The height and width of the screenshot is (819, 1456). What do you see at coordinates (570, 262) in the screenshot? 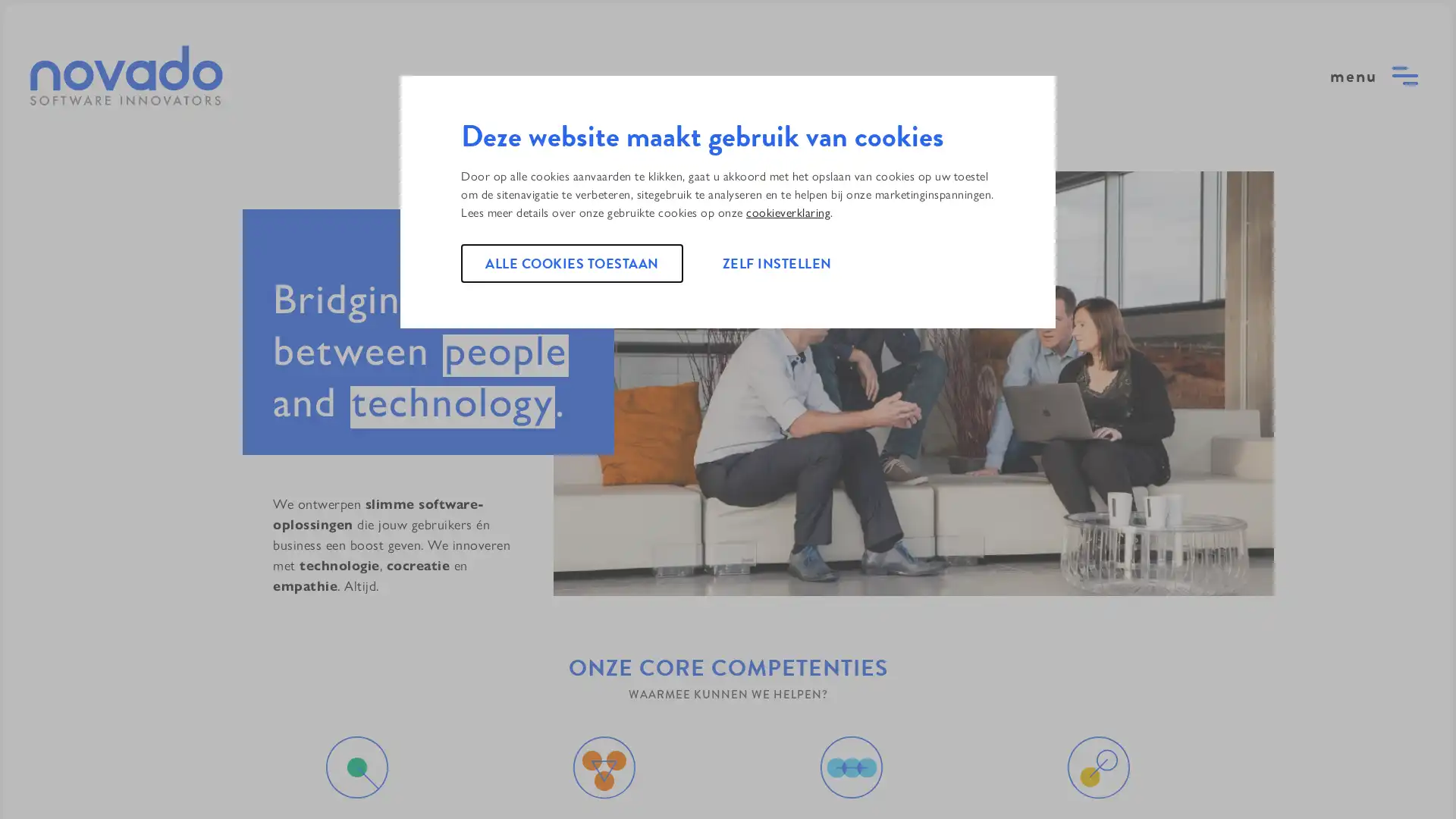
I see `ALLE COOKIES TOESTAAN` at bounding box center [570, 262].